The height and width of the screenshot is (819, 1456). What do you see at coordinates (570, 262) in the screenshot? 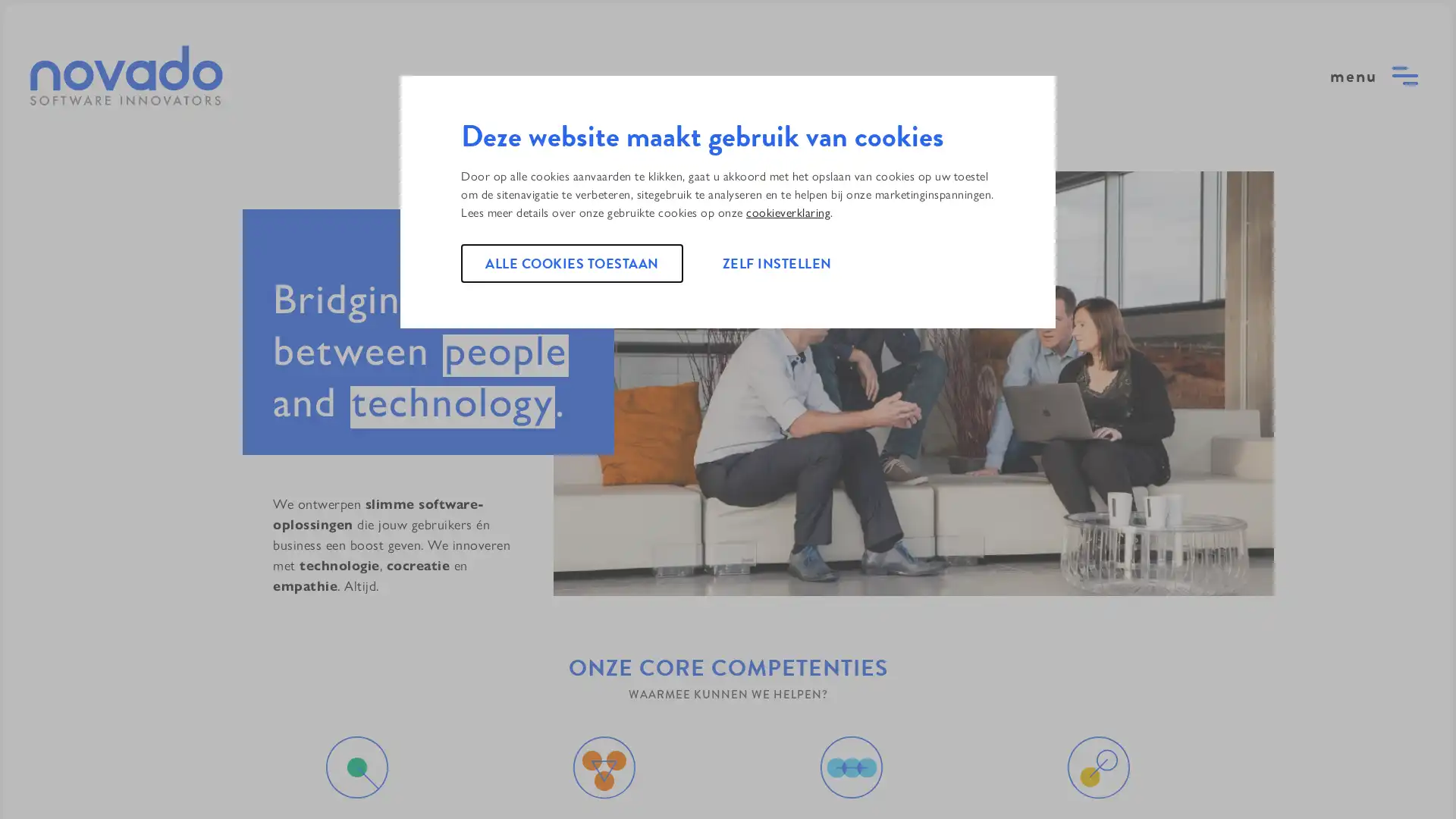
I see `ALLE COOKIES TOESTAAN` at bounding box center [570, 262].